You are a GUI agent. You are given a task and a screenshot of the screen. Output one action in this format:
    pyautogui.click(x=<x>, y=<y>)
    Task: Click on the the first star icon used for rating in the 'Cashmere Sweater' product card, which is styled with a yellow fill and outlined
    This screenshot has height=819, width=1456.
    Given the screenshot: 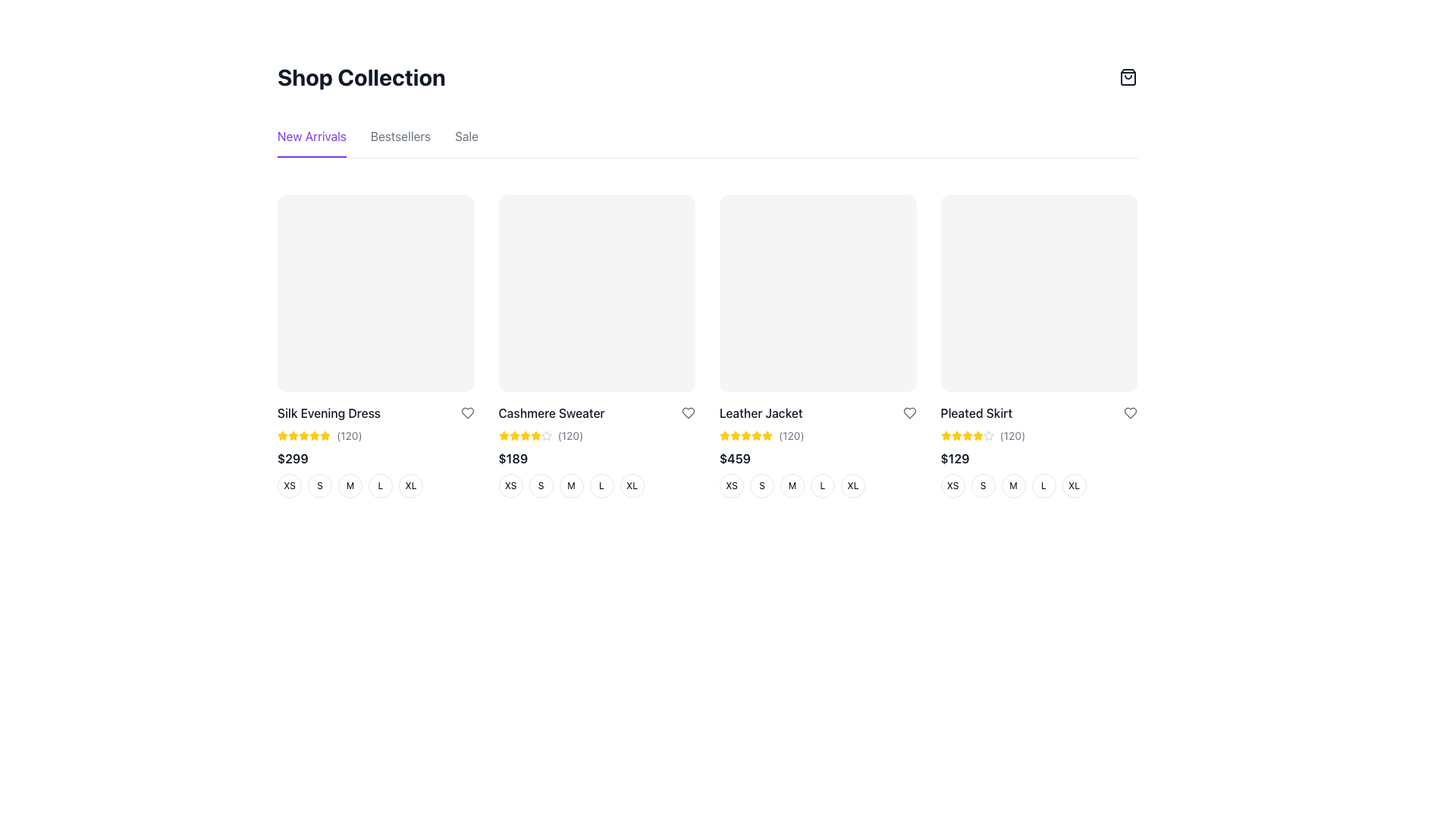 What is the action you would take?
    pyautogui.click(x=525, y=435)
    